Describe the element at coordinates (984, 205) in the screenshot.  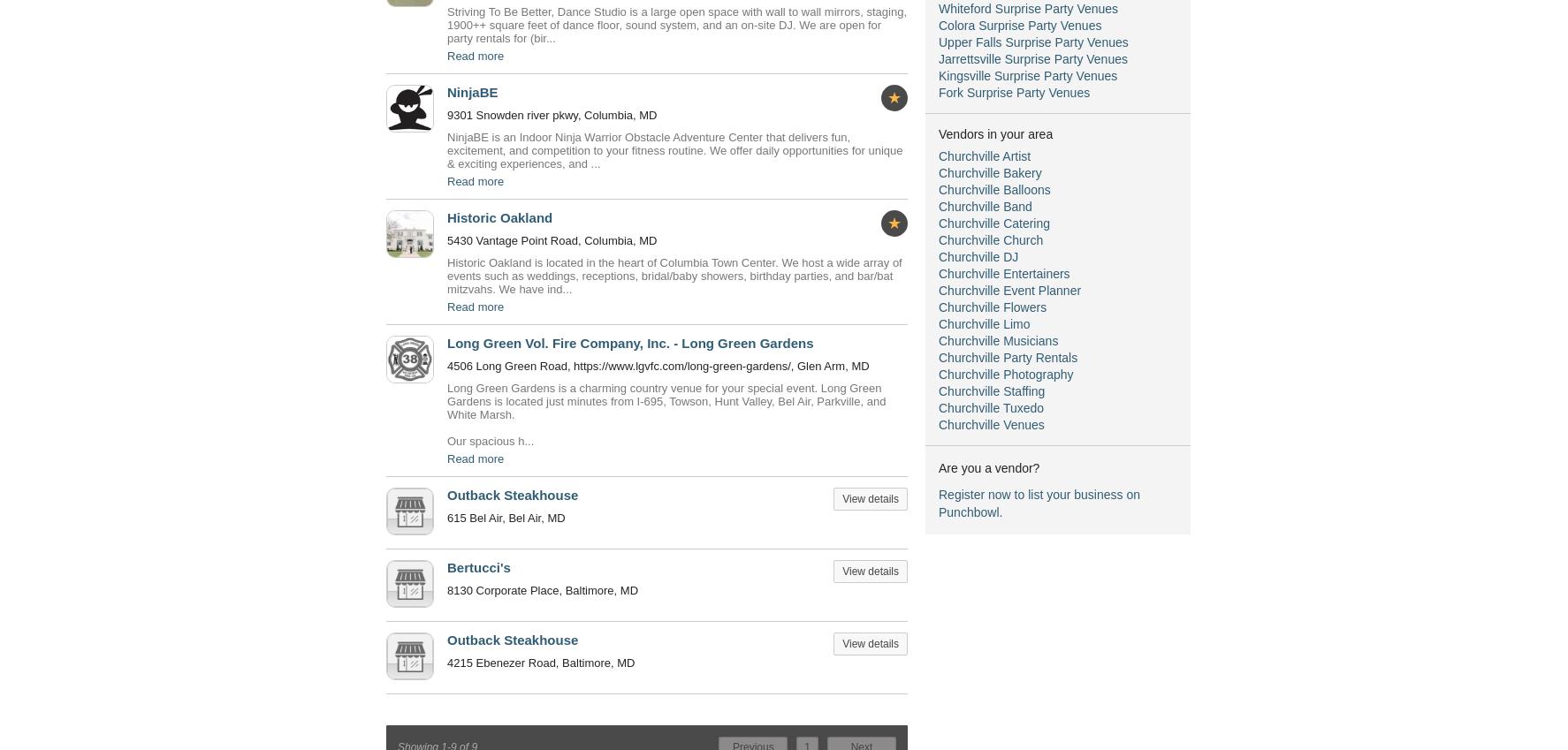
I see `'Churchville Band'` at that location.